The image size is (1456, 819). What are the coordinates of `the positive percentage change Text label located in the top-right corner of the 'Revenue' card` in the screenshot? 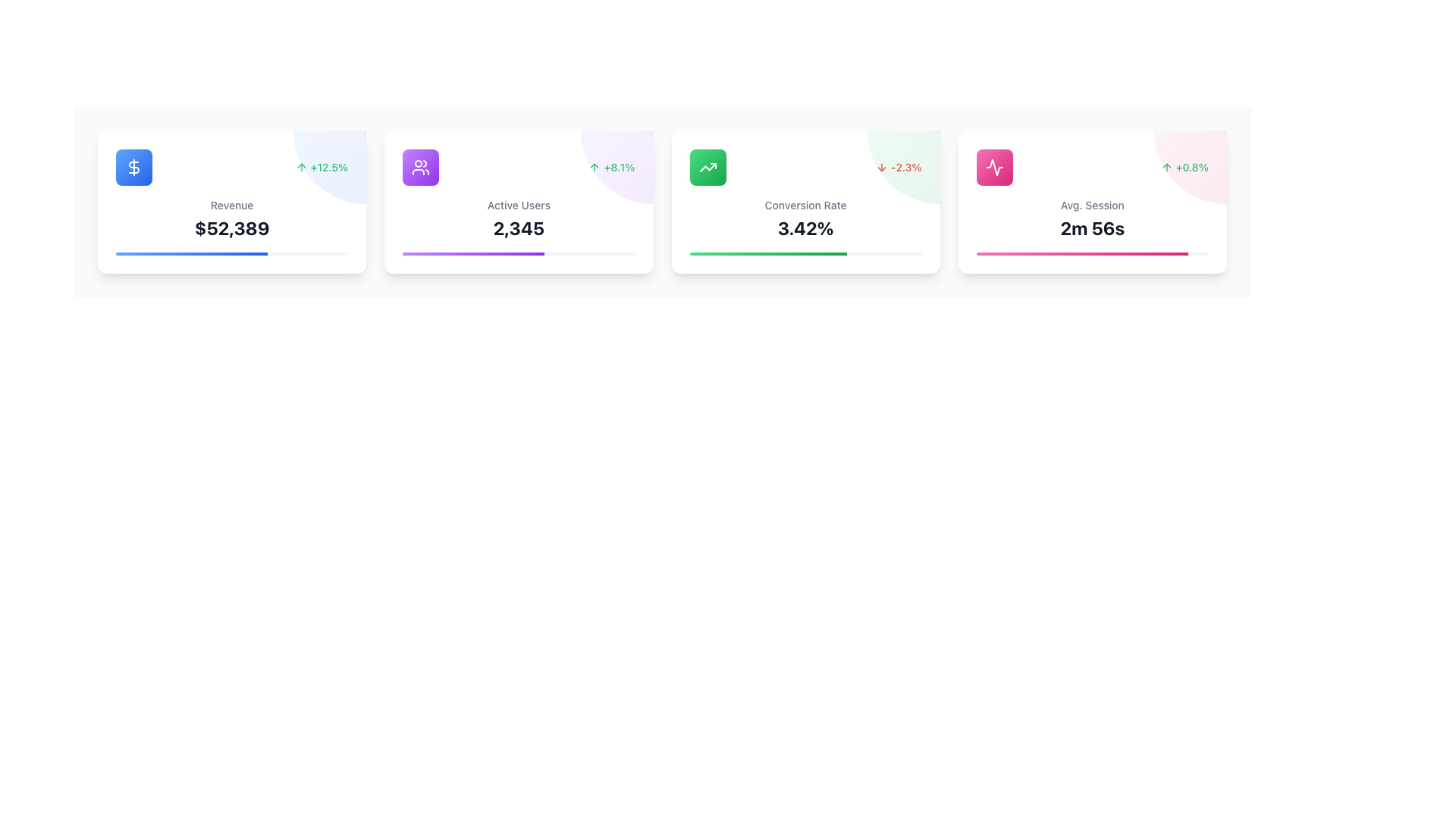 It's located at (328, 167).